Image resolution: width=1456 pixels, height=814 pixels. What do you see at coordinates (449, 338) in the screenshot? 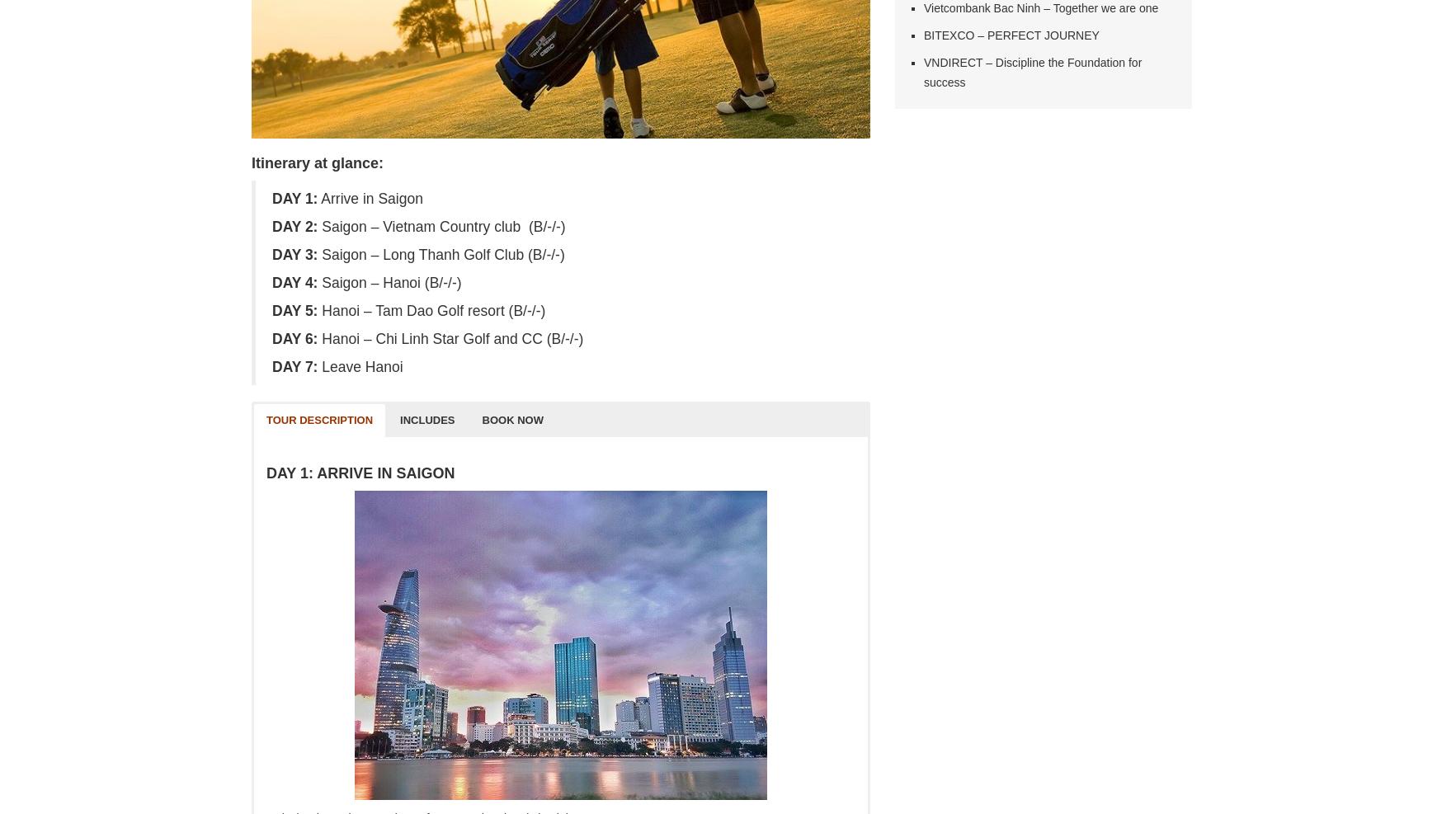
I see `'Hanoi – Chi Linh Star Golf and CC (B/-/-)'` at bounding box center [449, 338].